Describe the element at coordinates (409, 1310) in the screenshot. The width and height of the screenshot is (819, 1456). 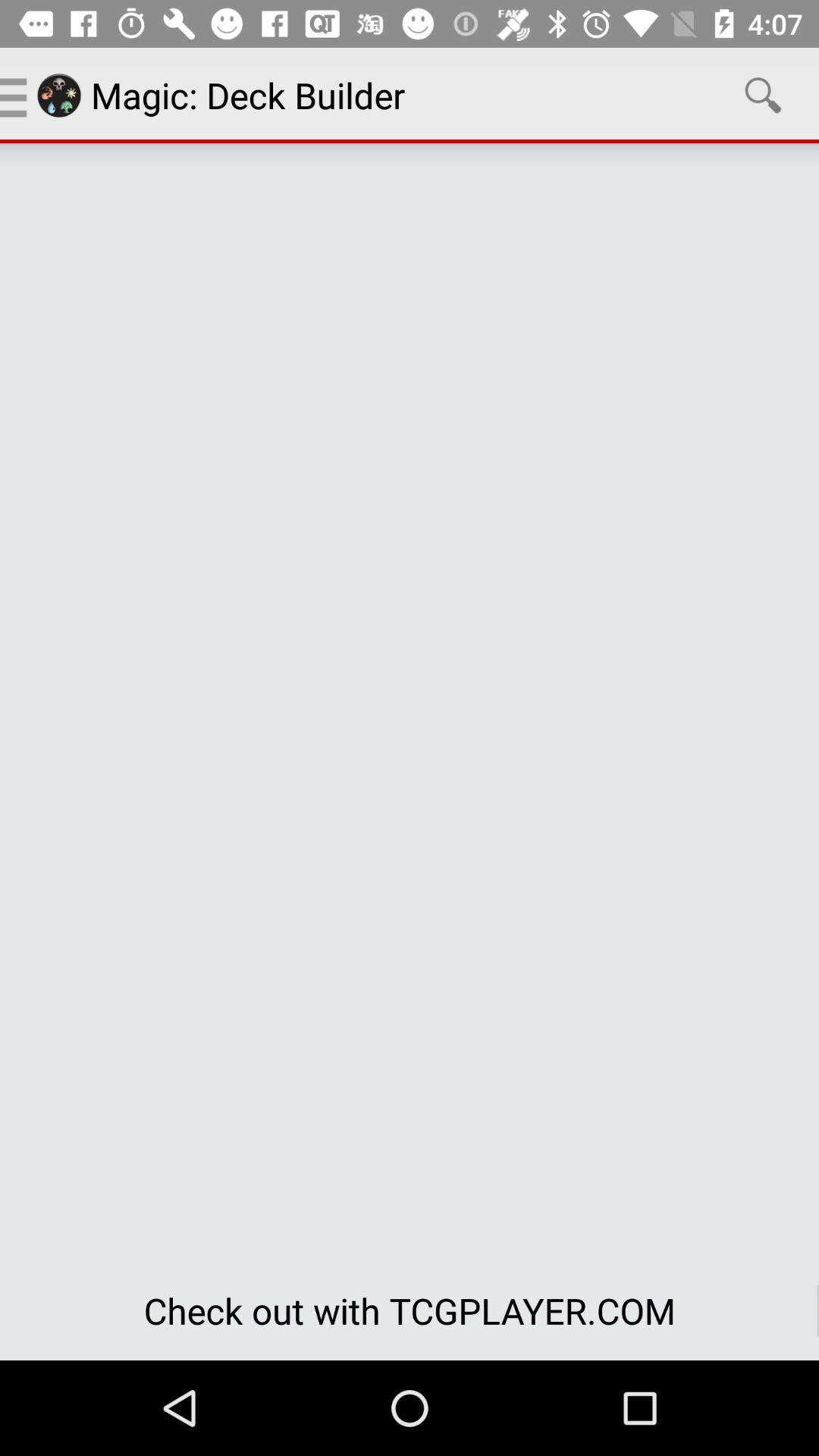
I see `the check out with item` at that location.